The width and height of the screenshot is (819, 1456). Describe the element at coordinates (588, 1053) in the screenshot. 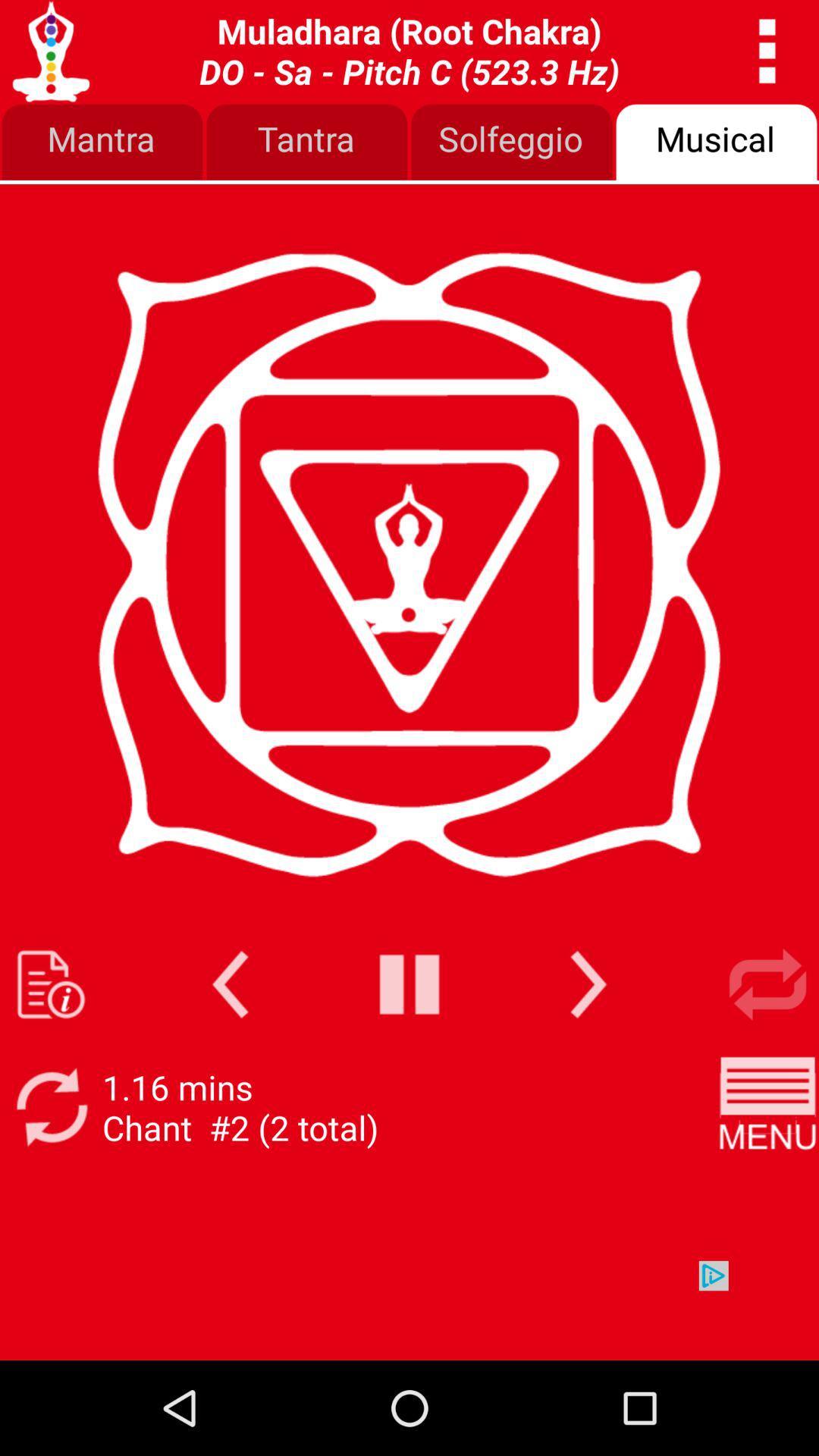

I see `the arrow_forward icon` at that location.